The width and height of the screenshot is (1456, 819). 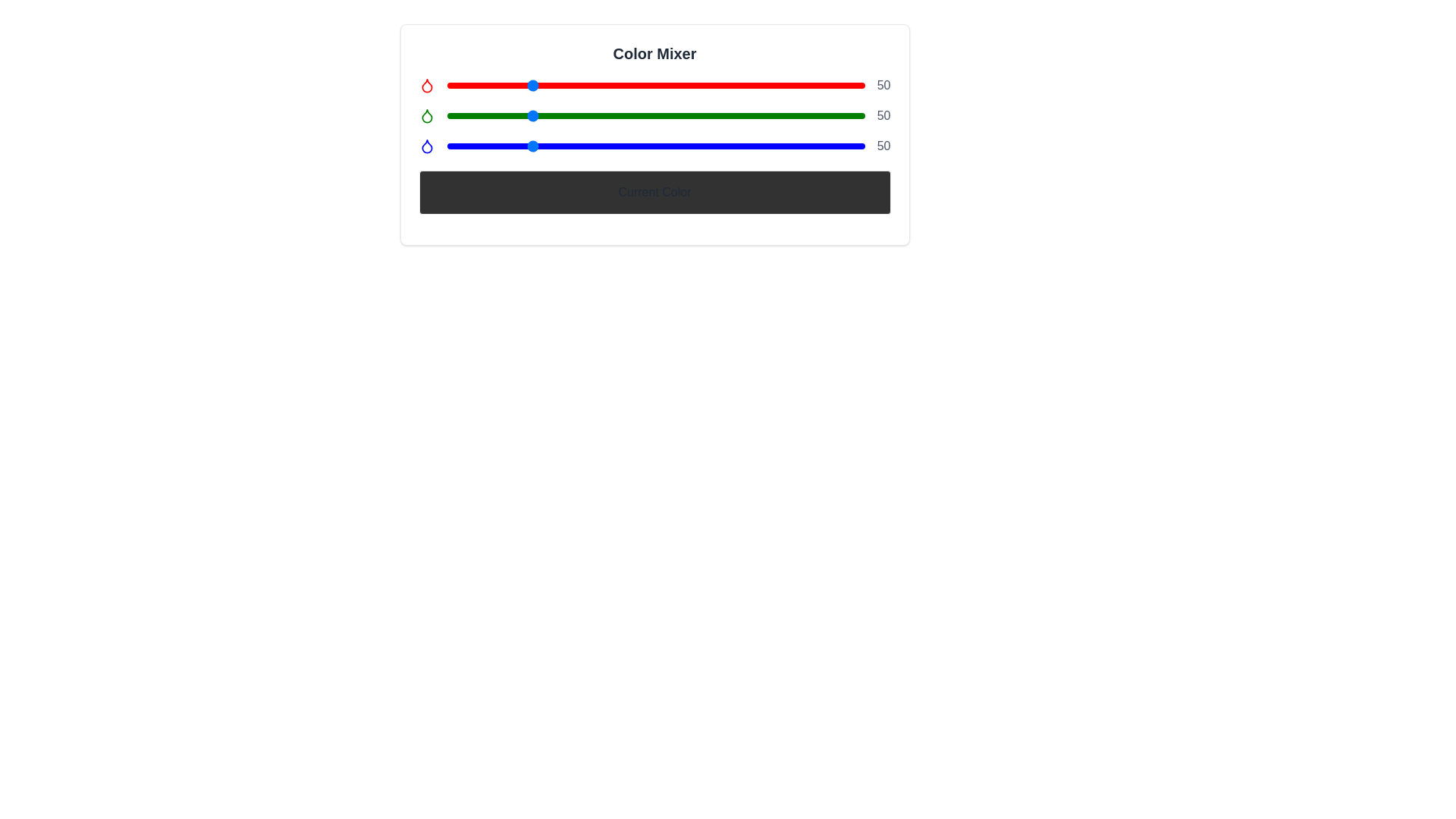 I want to click on the green color slider to 70, so click(x=560, y=115).